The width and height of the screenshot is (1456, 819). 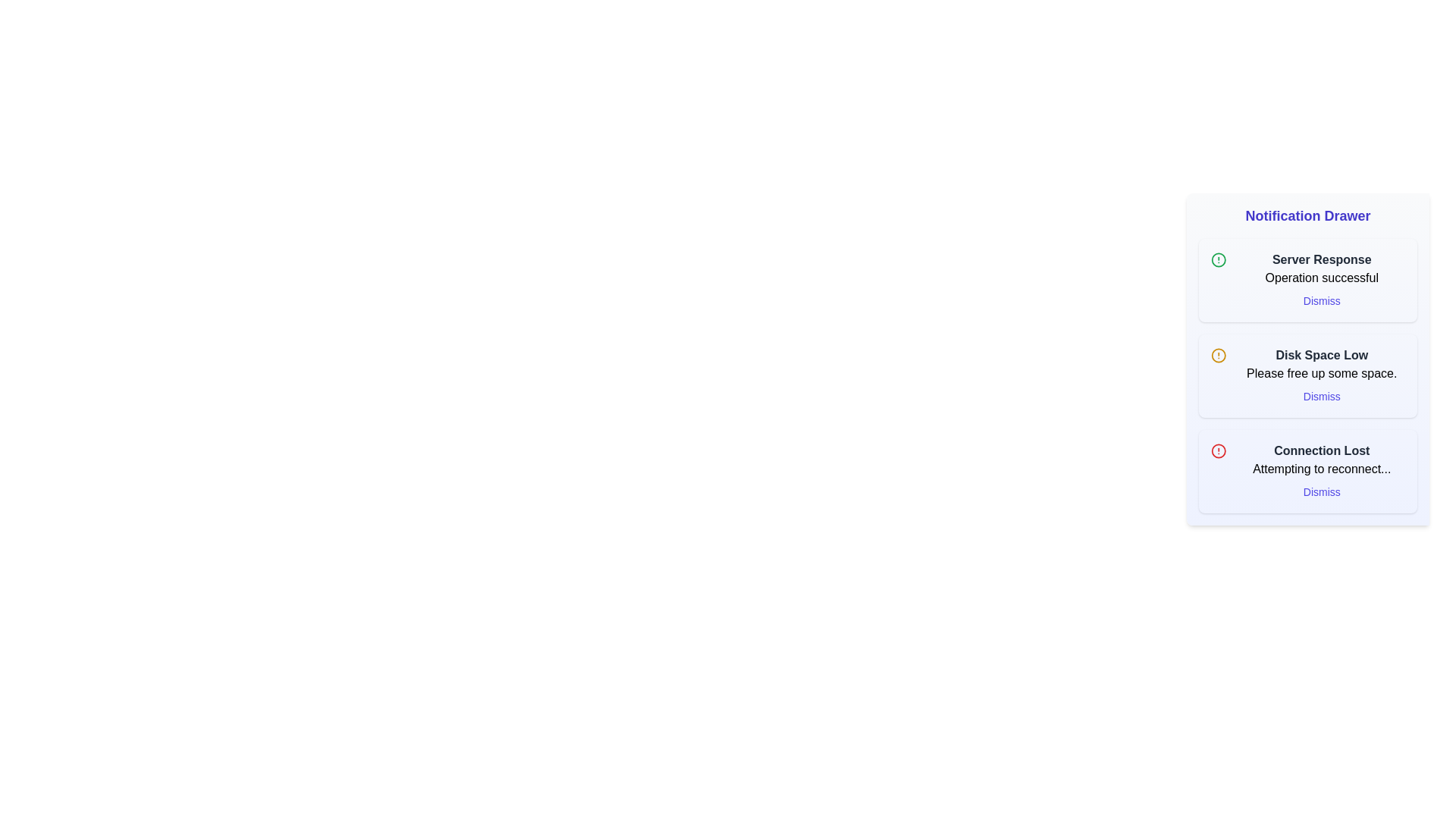 I want to click on the notification drawer header to expand the view and see the notification icons, so click(x=1307, y=216).